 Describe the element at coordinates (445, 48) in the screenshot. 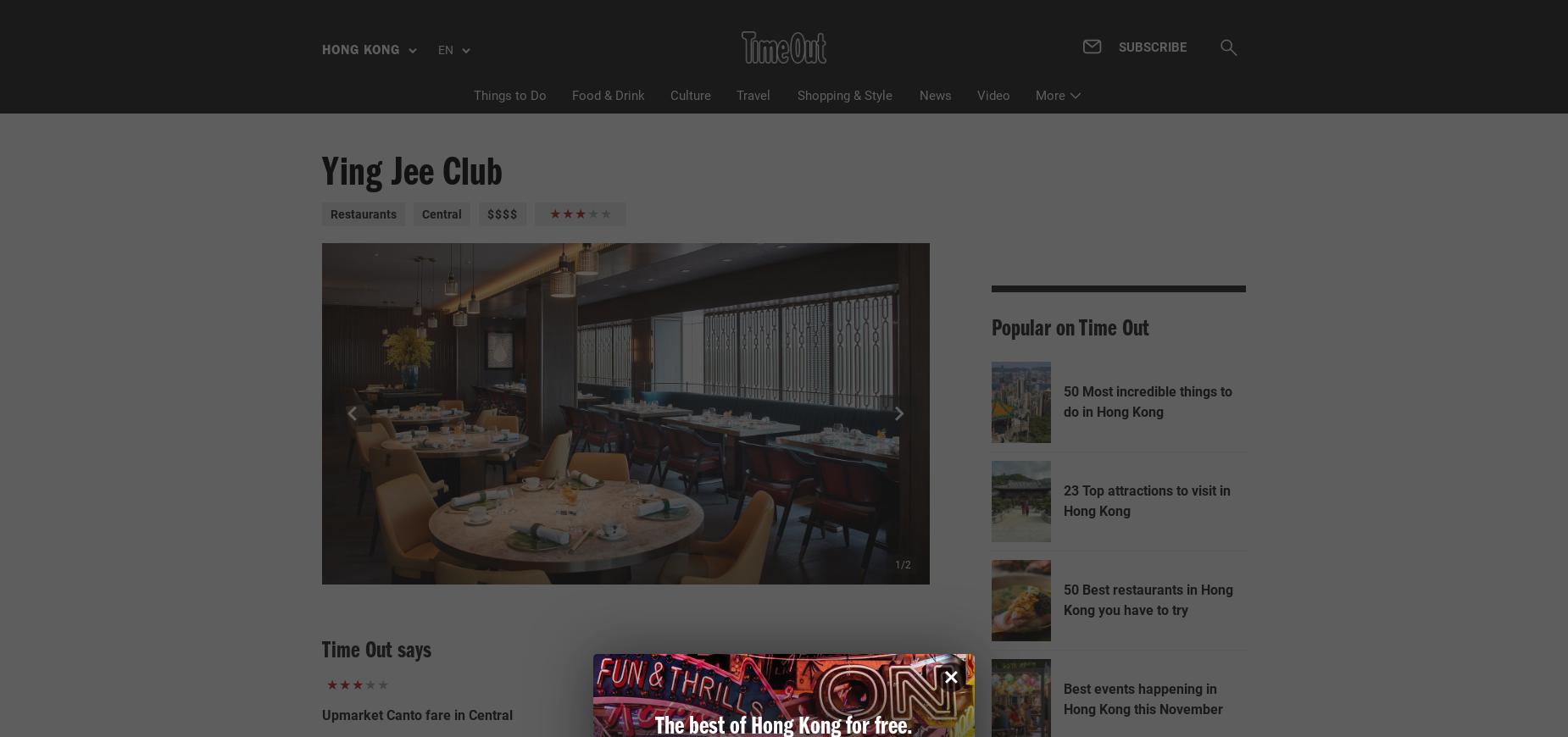

I see `'EN'` at that location.